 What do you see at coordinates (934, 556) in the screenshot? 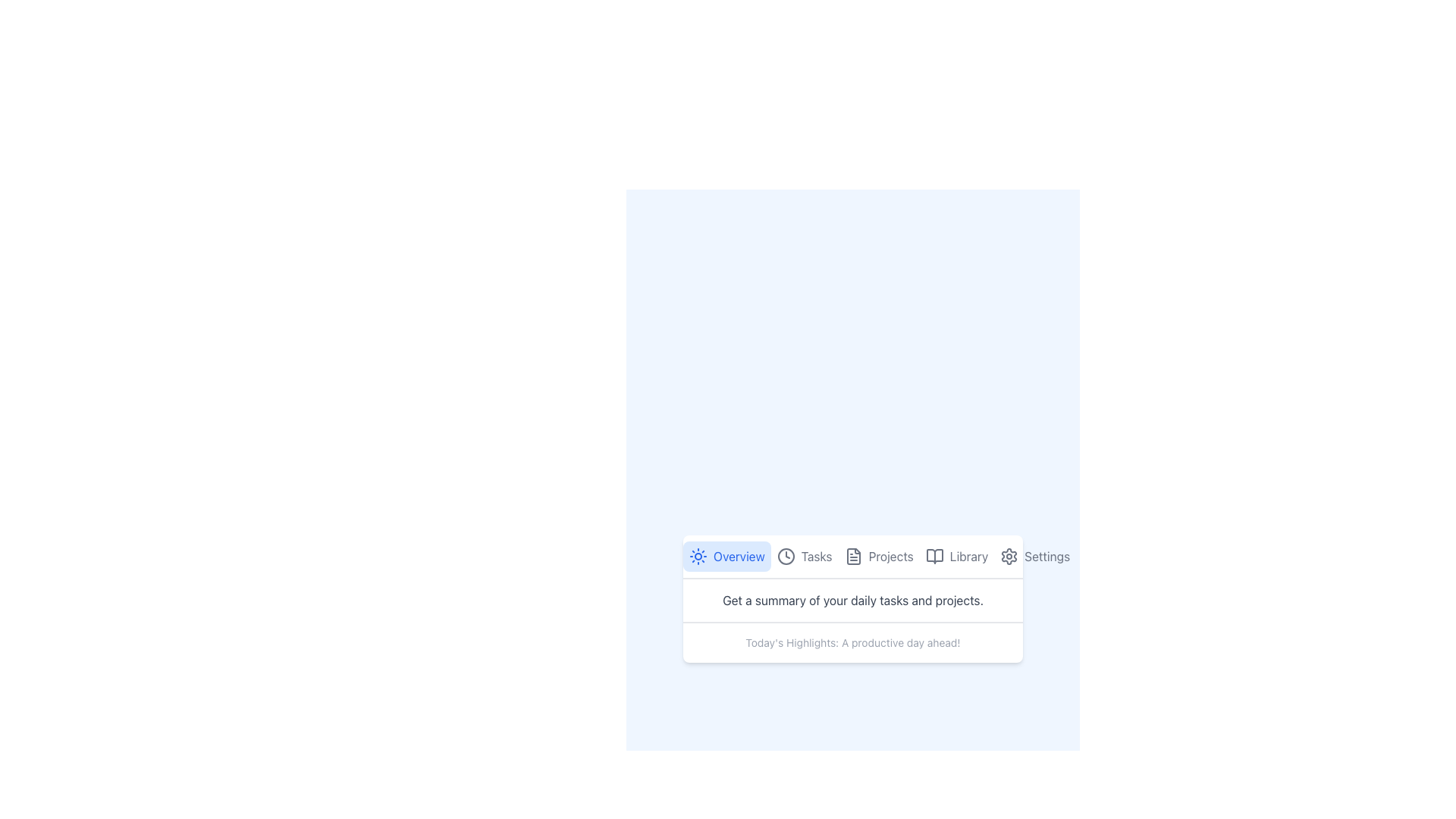
I see `the 'Library' icon in the navigation bar, which serves as a visual marker for the library section` at bounding box center [934, 556].